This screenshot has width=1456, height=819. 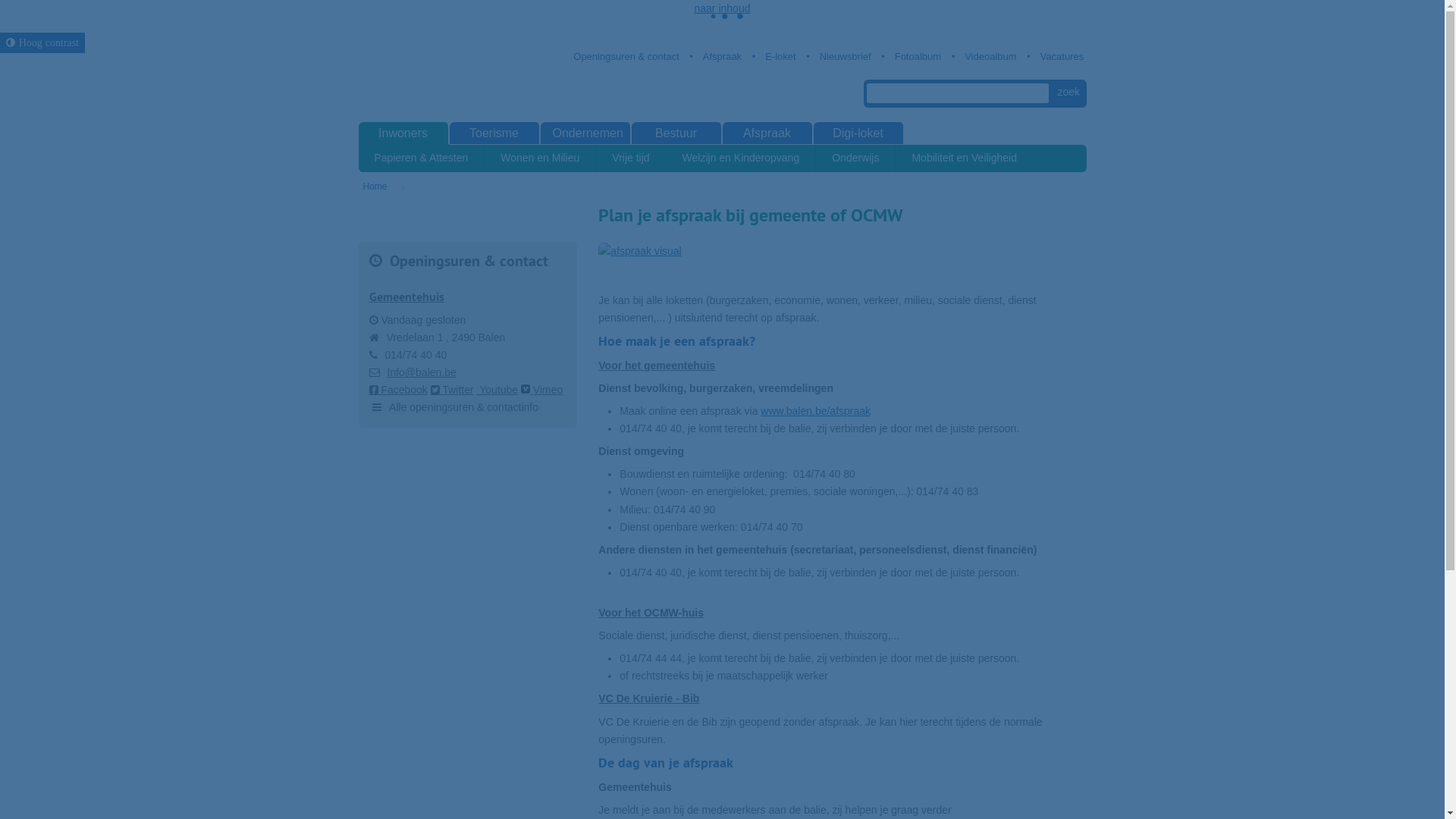 I want to click on 'Bestuur', so click(x=676, y=133).